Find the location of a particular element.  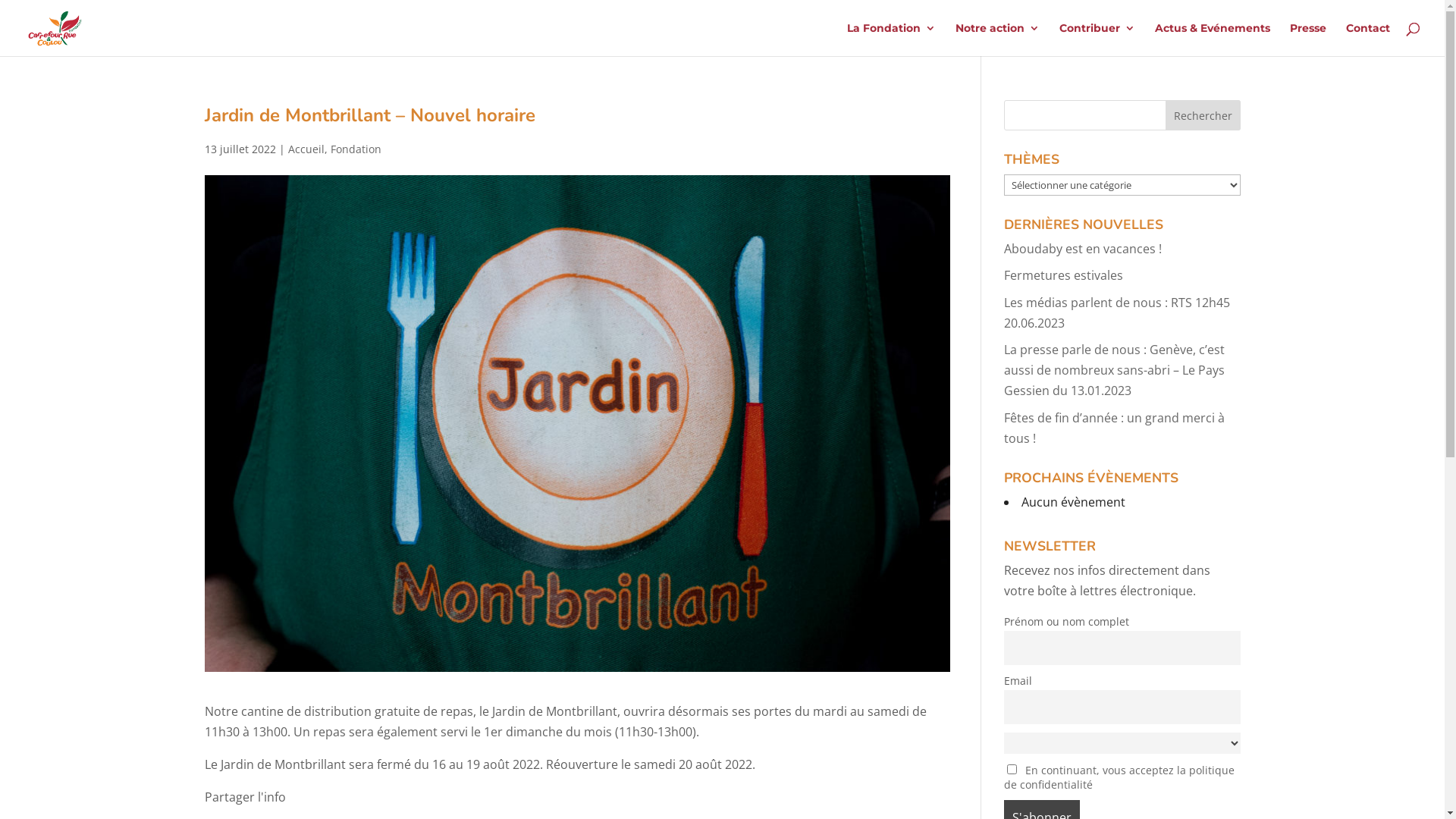

'Contact' is located at coordinates (1368, 38).